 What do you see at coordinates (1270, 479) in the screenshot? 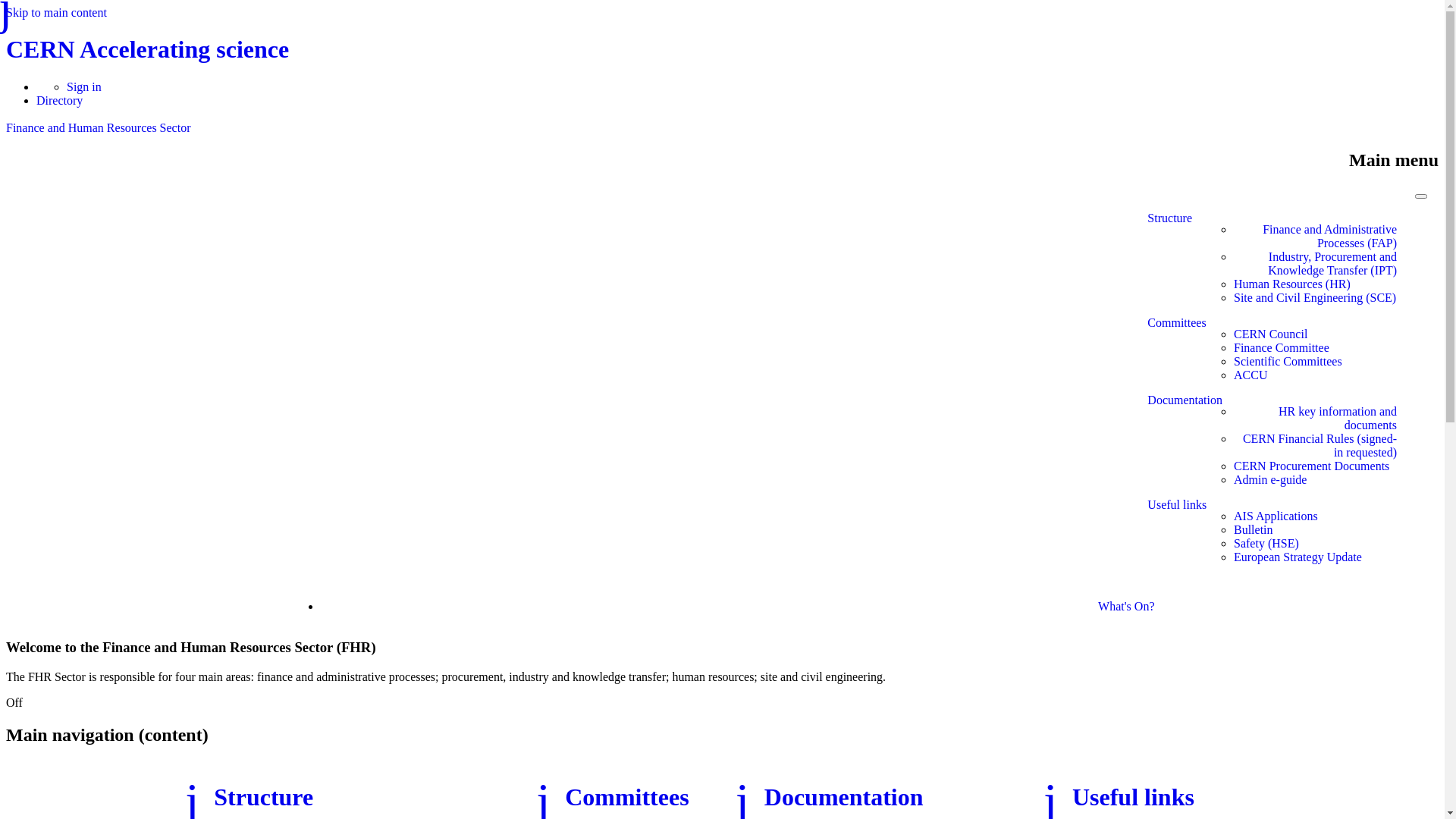
I see `'Admin e-guide'` at bounding box center [1270, 479].